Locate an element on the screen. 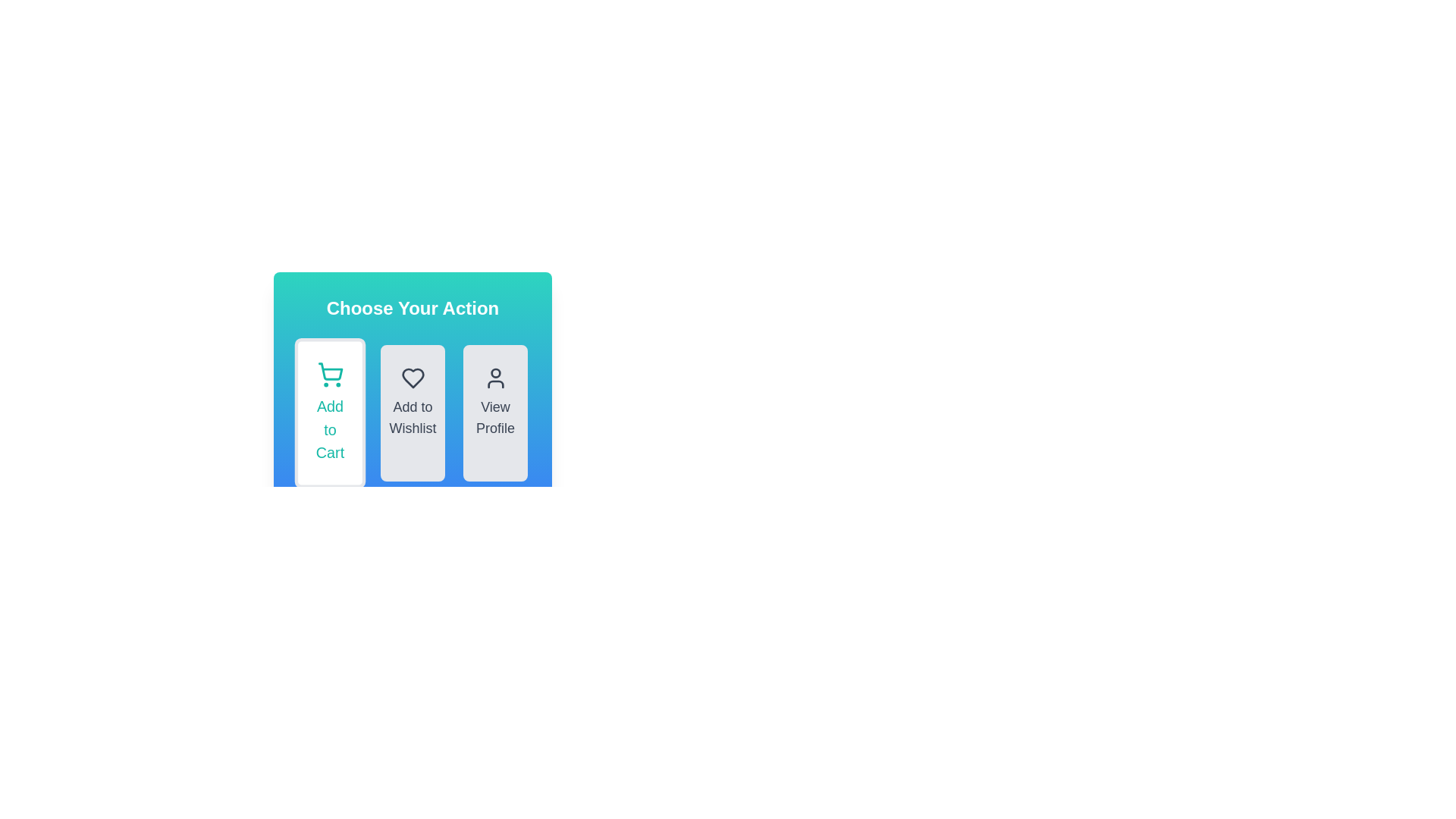 Image resolution: width=1456 pixels, height=819 pixels. the shopping cart icon, which is the top visual element of the 'Add to Cart' button group, to initiate the action is located at coordinates (329, 375).